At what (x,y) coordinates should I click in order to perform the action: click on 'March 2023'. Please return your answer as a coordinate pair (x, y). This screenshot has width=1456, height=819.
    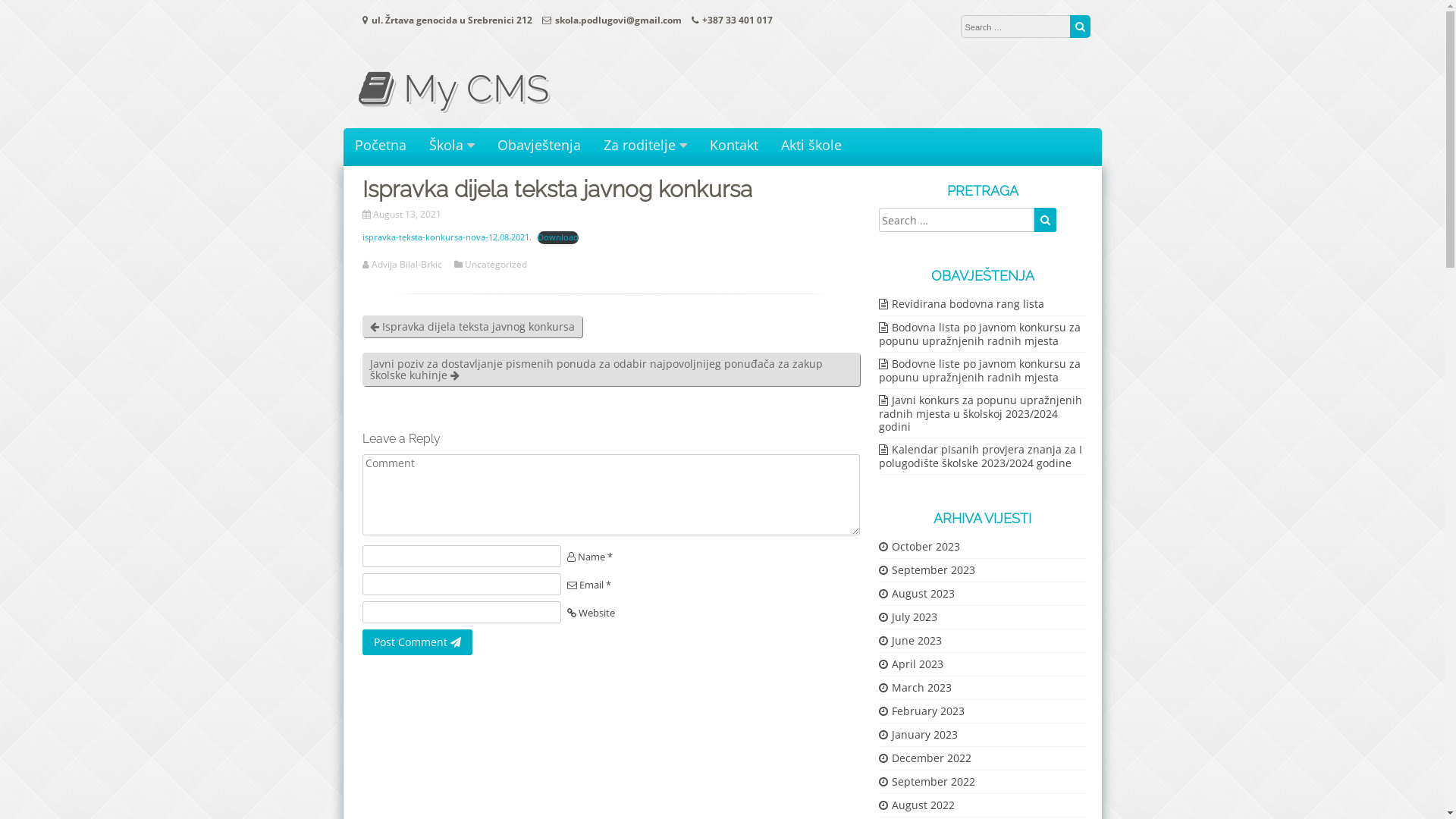
    Looking at the image, I should click on (913, 687).